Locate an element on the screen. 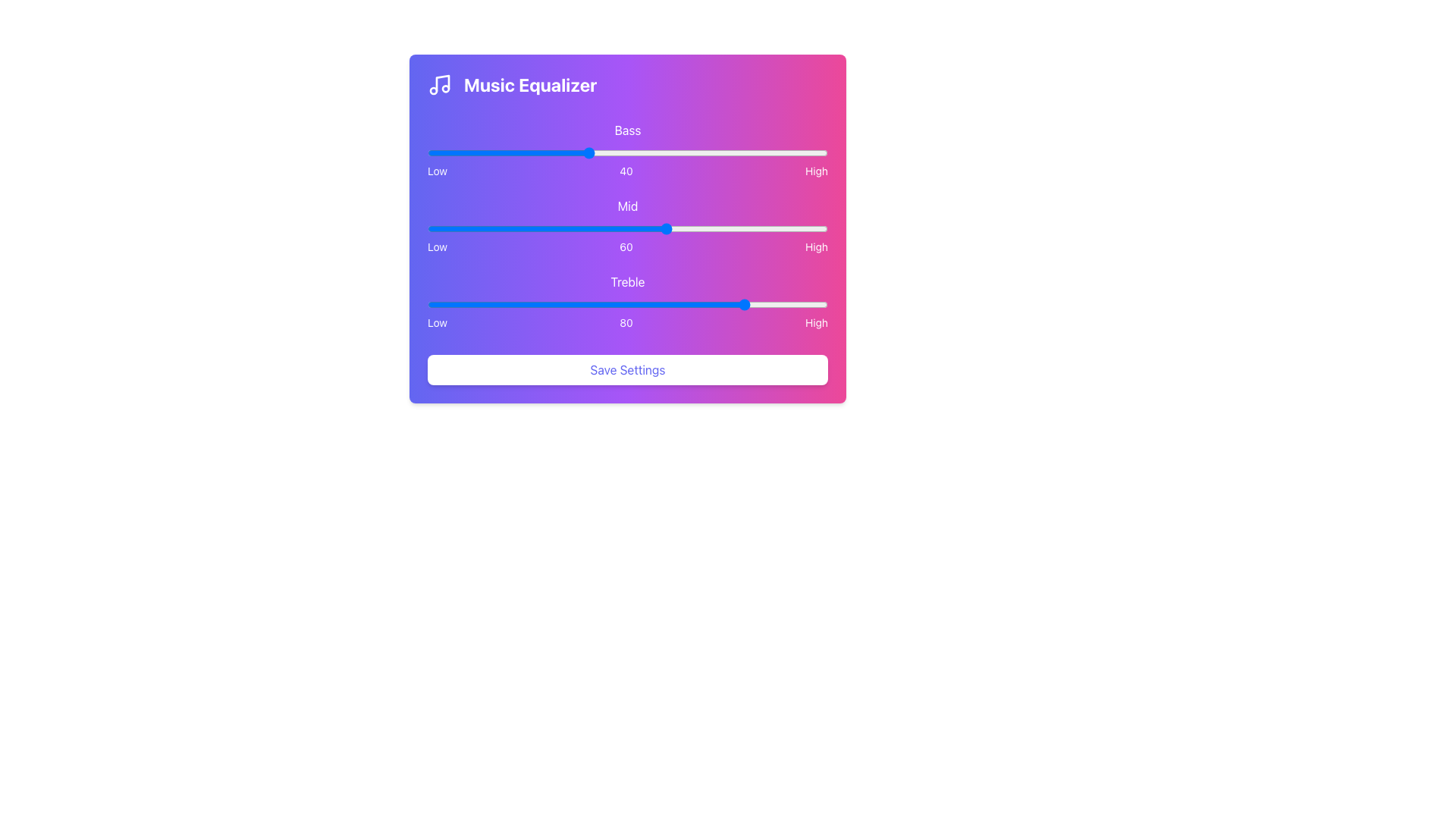 The width and height of the screenshot is (1456, 819). mid-range frequency is located at coordinates (459, 228).